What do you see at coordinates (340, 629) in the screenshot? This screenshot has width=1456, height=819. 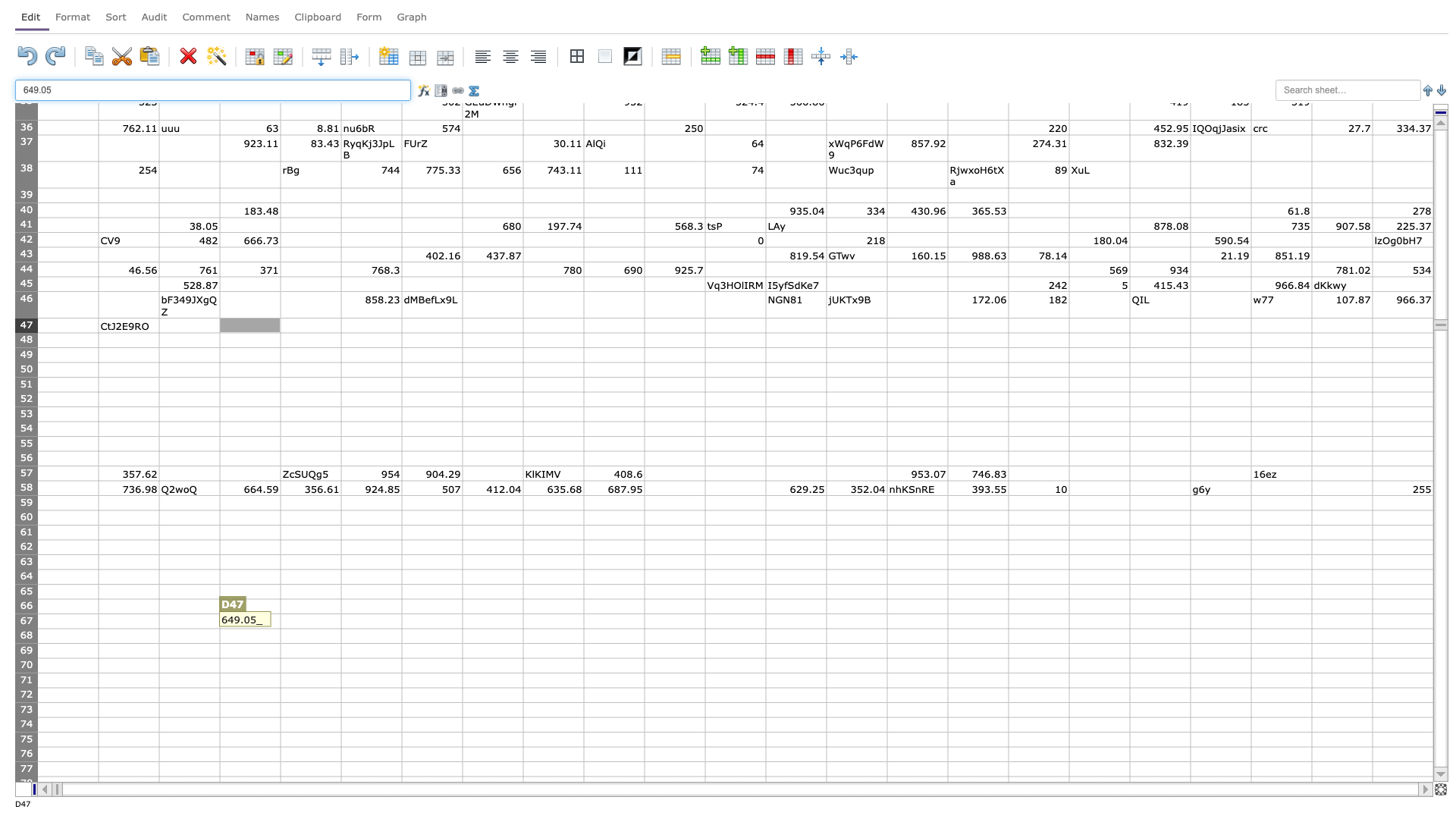 I see `Bottom right of cell E67` at bounding box center [340, 629].